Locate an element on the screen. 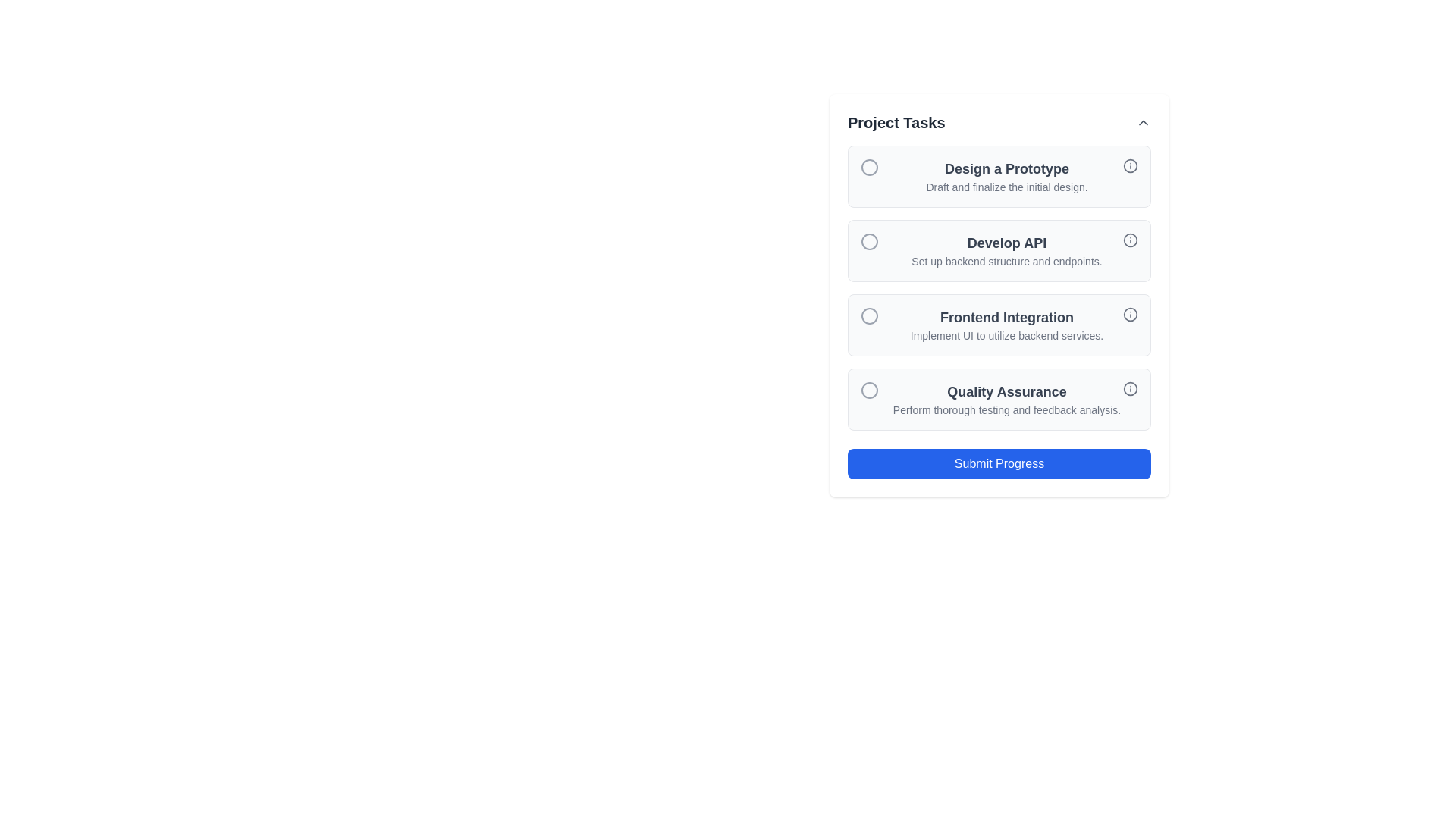 Image resolution: width=1456 pixels, height=819 pixels. the text label that reads 'Perform thorough testing and feedback analysis.' which is styled in a grayish font and positioned below the header 'Quality Assurance.' is located at coordinates (1007, 409).